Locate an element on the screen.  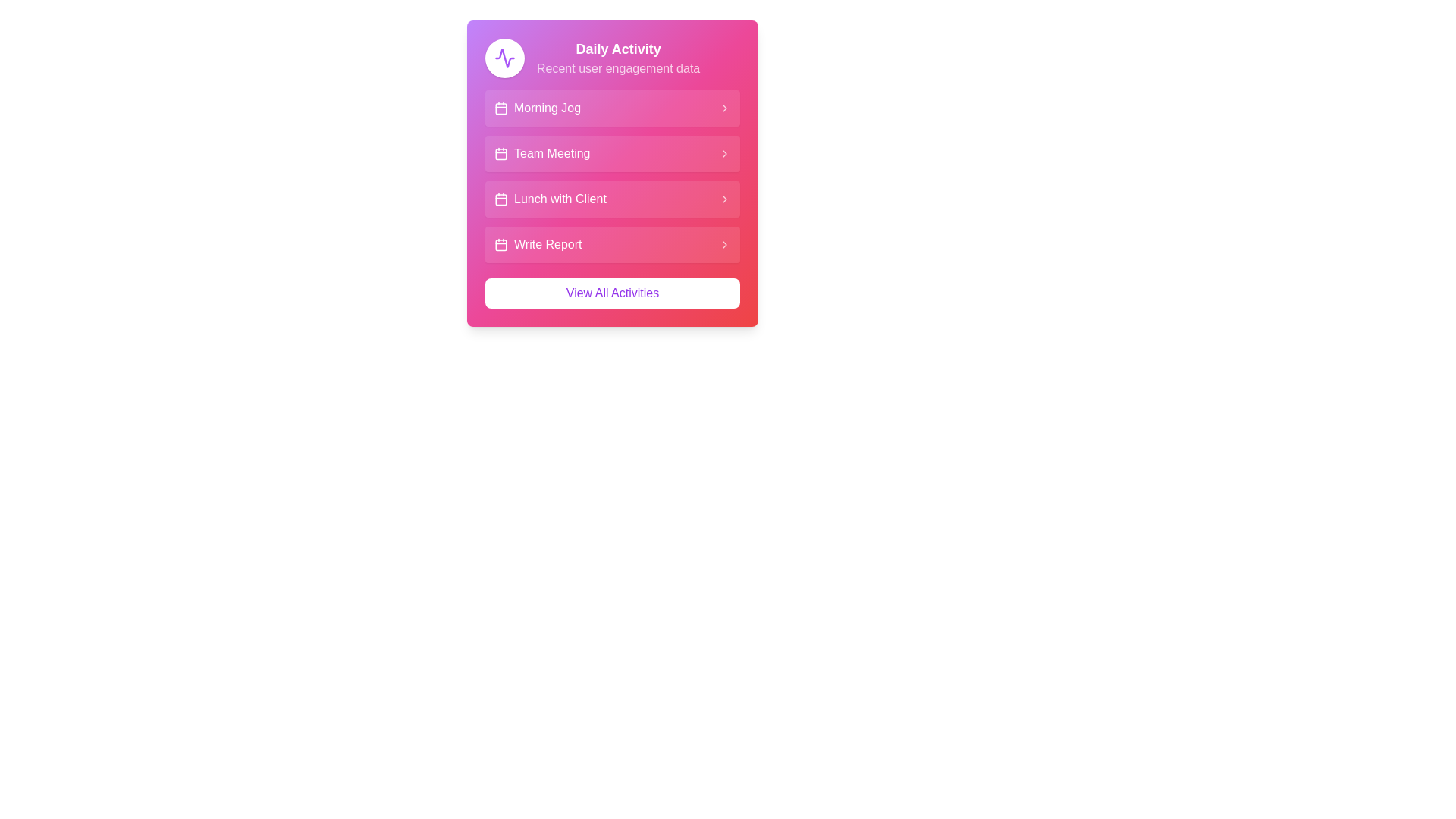
the calendar icon representing the 'Lunch with Client' activity, located to the left of the activity text is located at coordinates (501, 198).